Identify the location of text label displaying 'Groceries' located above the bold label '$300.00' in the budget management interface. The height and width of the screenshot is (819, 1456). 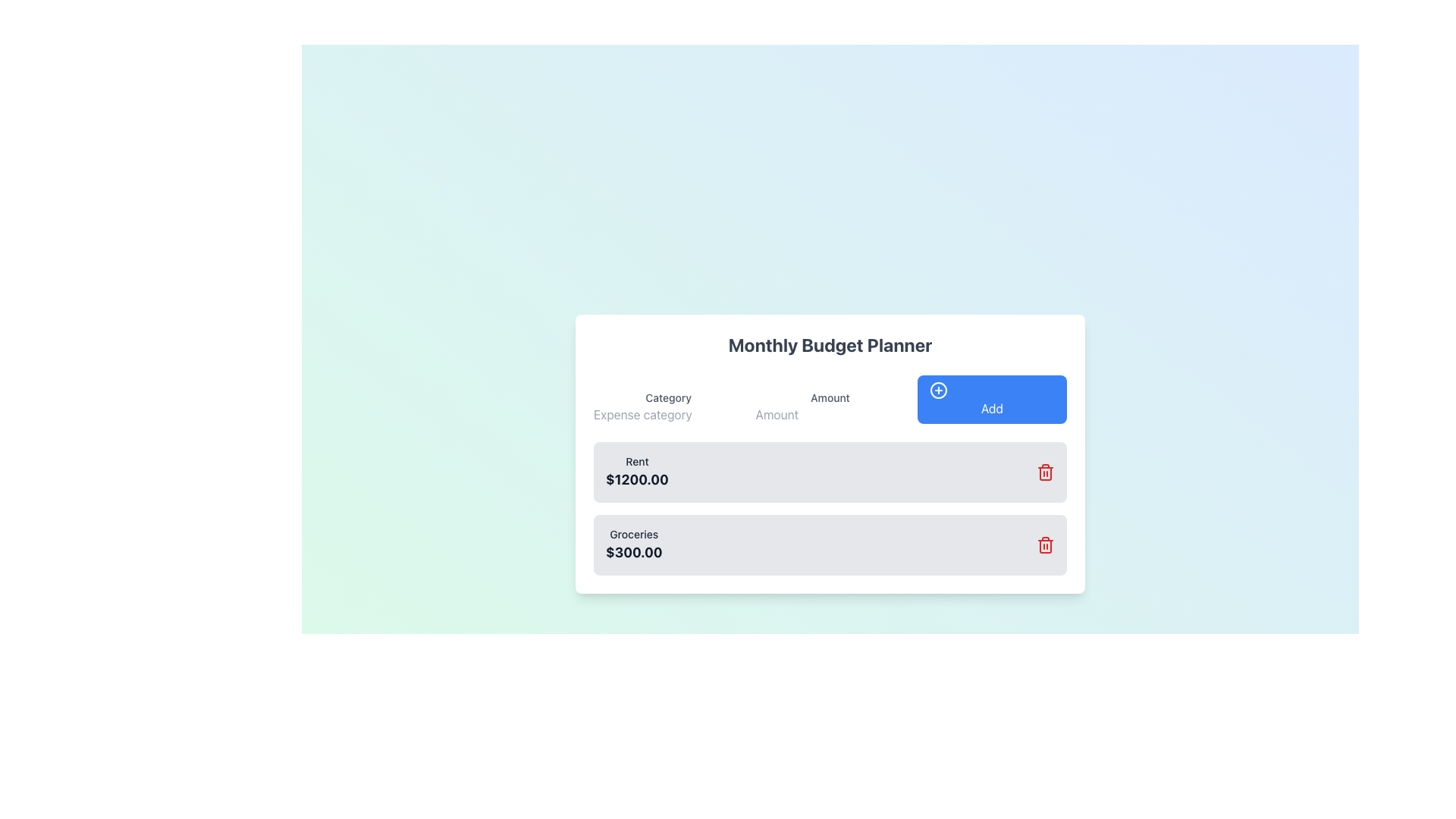
(634, 534).